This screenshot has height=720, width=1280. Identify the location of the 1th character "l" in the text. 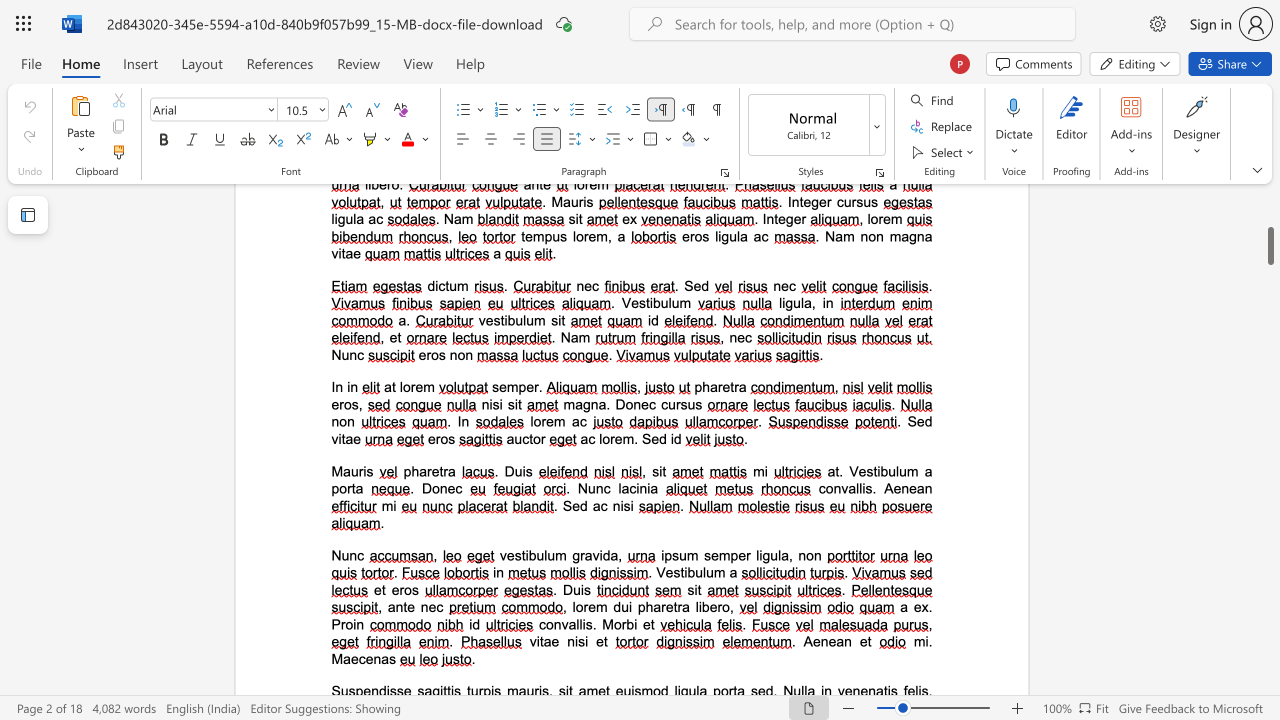
(545, 555).